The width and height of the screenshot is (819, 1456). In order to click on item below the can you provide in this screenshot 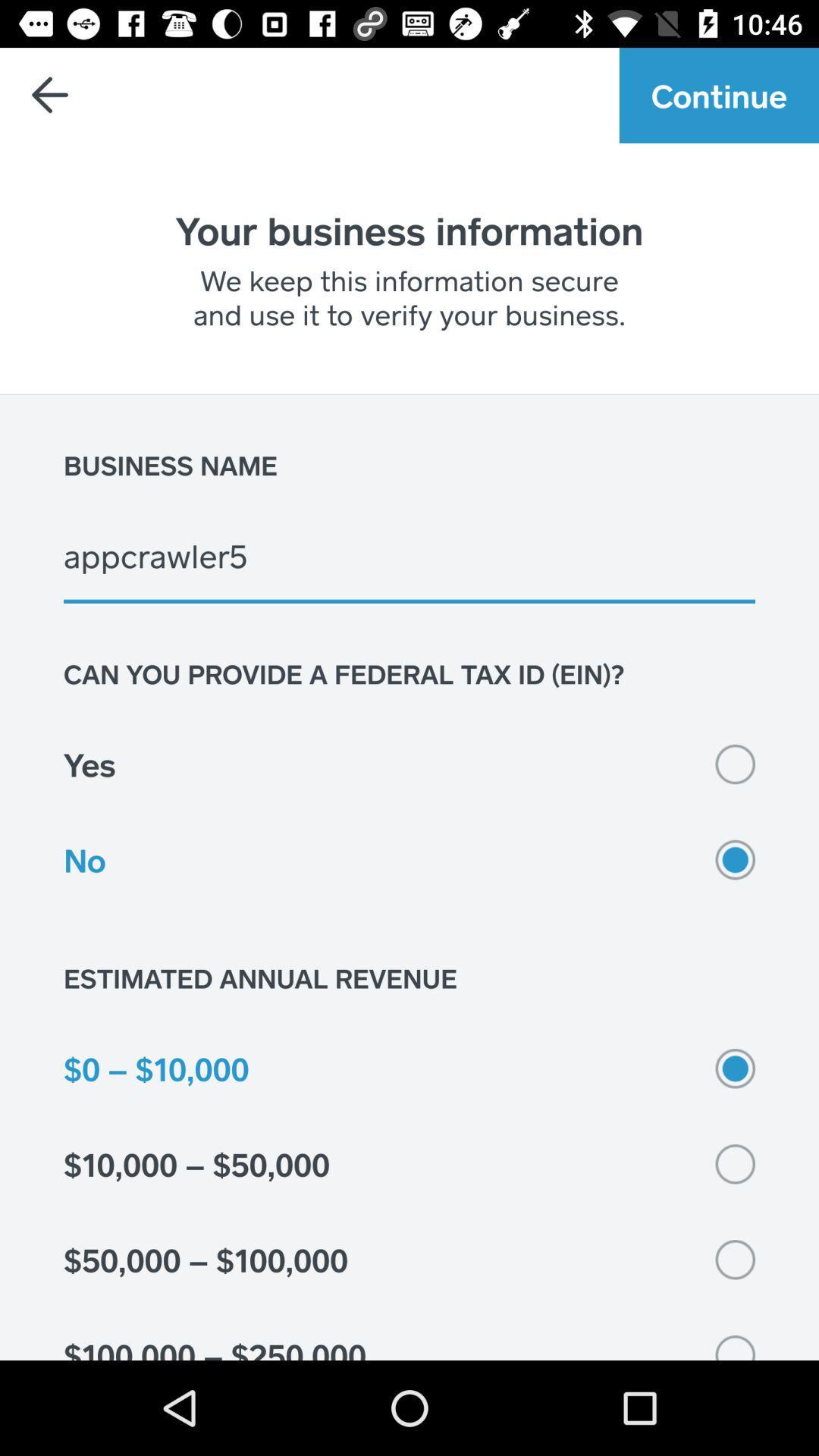, I will do `click(409, 764)`.